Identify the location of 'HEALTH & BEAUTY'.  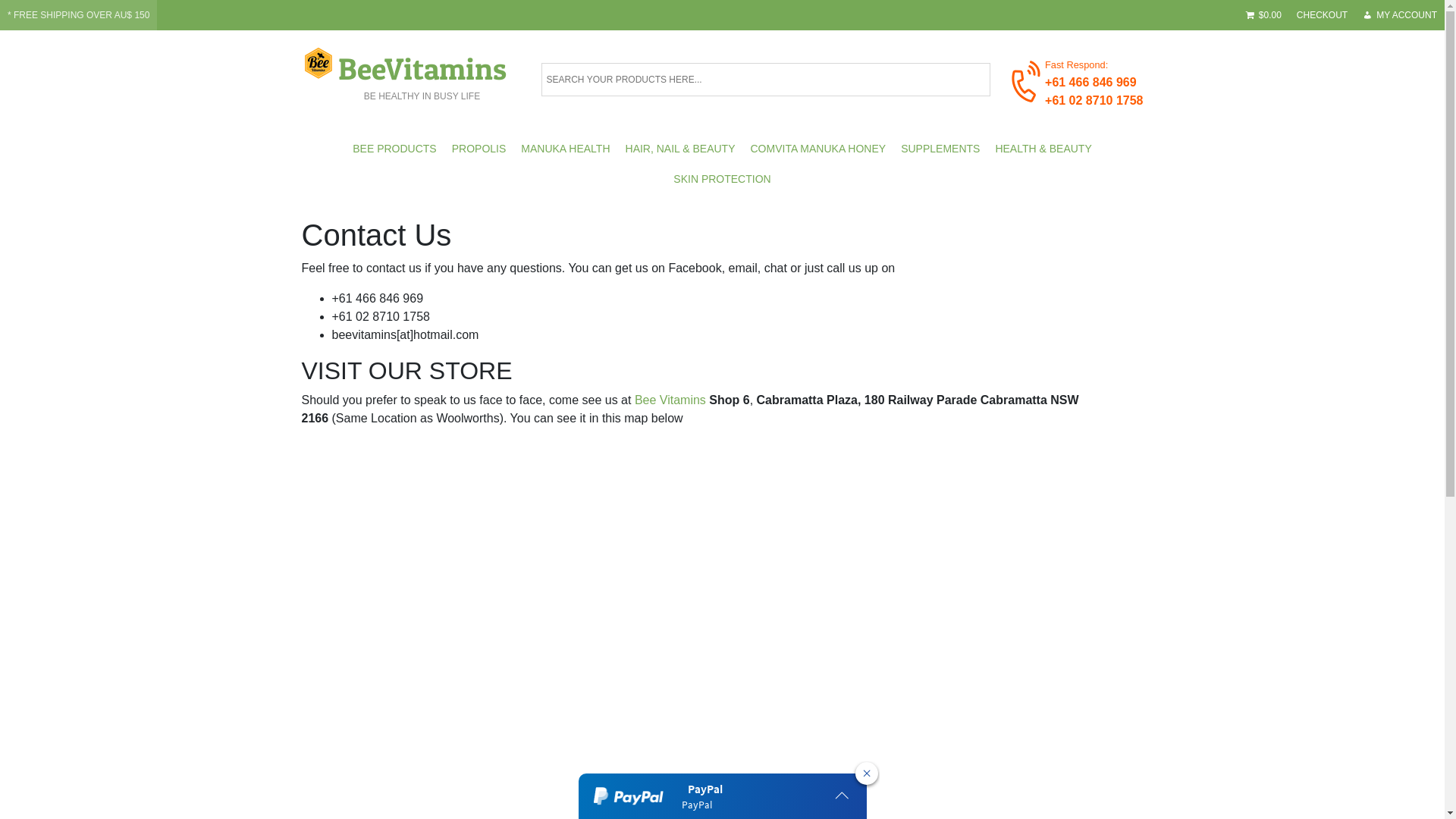
(1042, 149).